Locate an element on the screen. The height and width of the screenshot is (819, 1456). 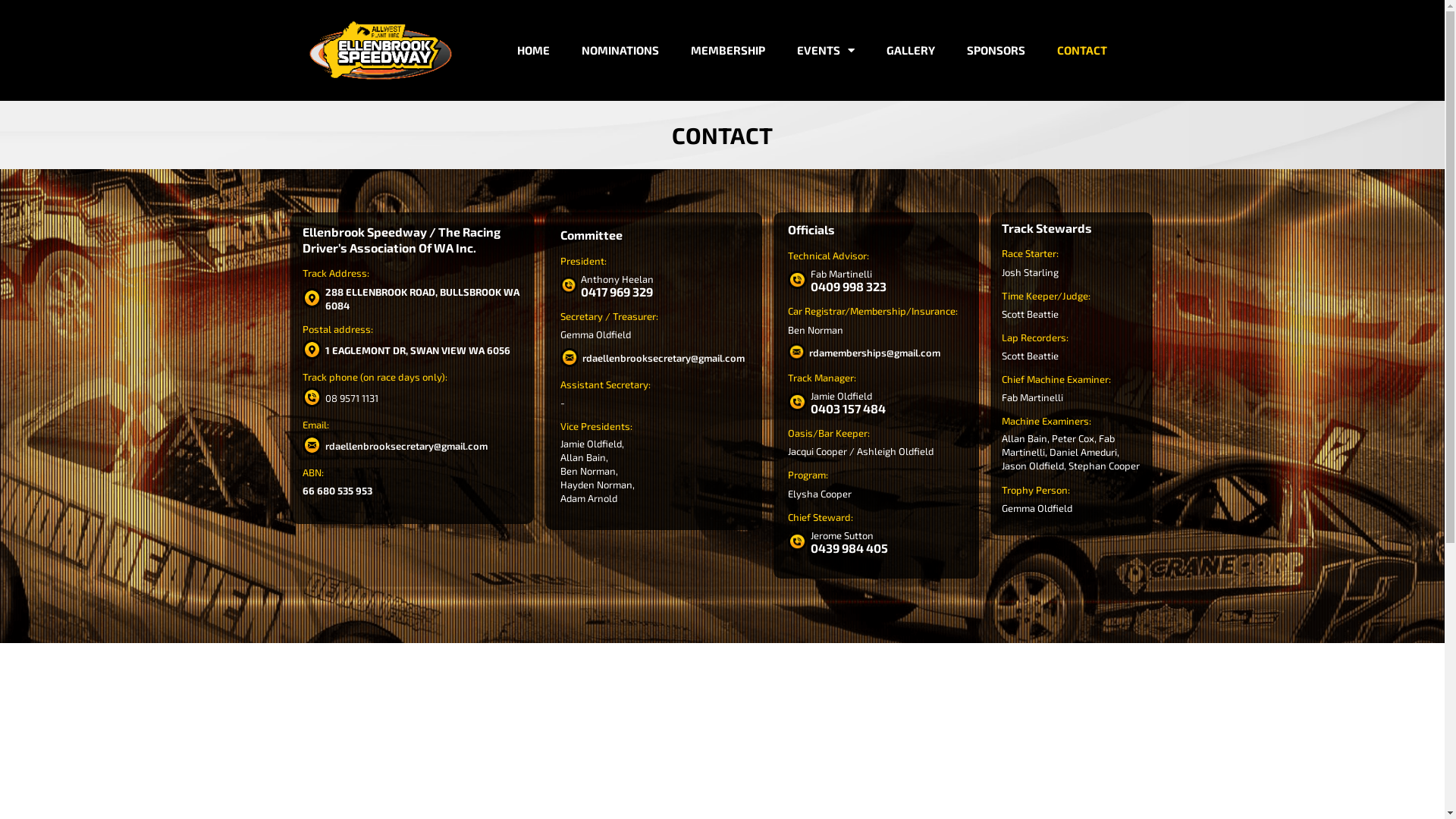
'EVENTS' is located at coordinates (825, 49).